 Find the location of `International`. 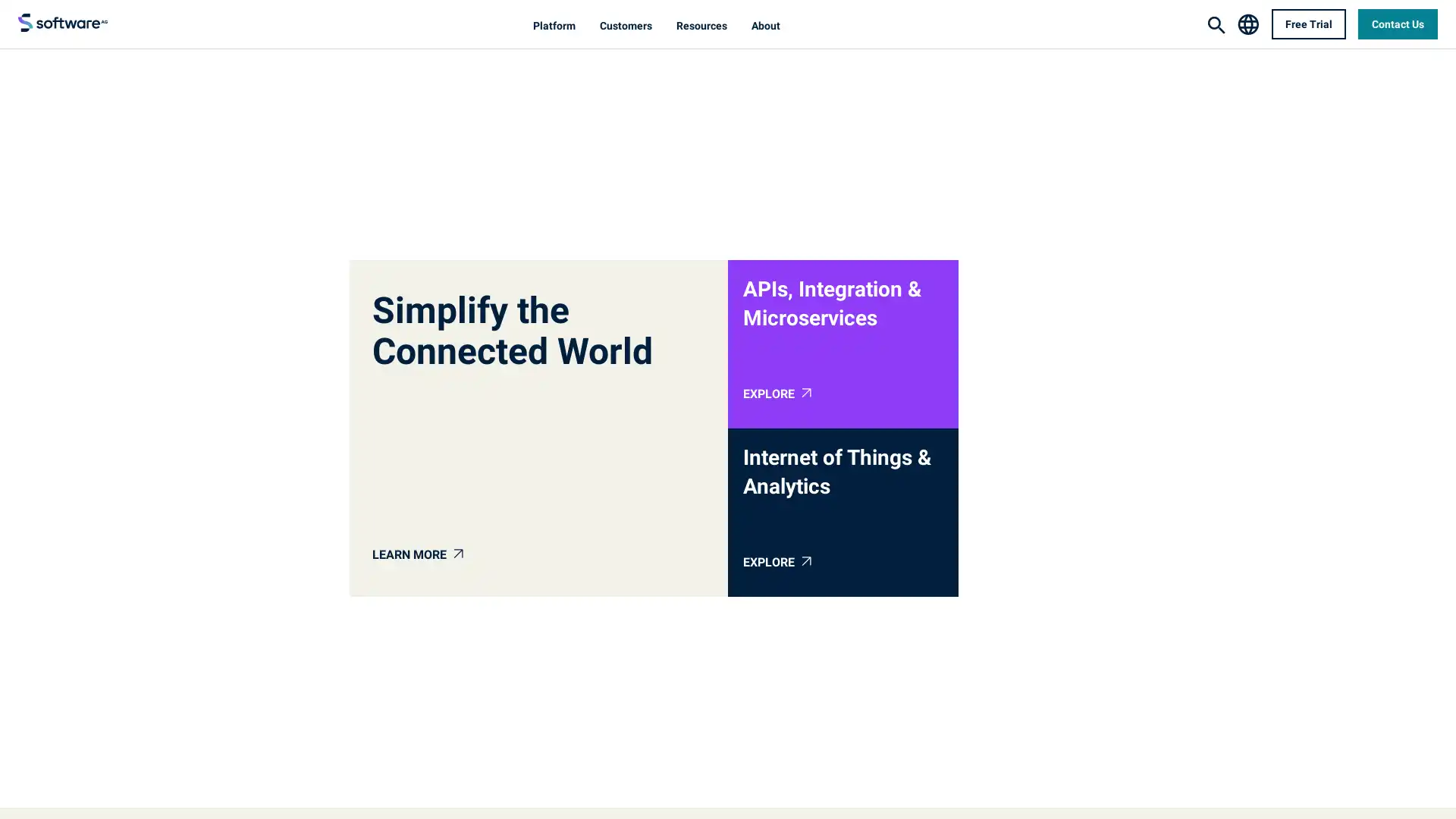

International is located at coordinates (1247, 23).